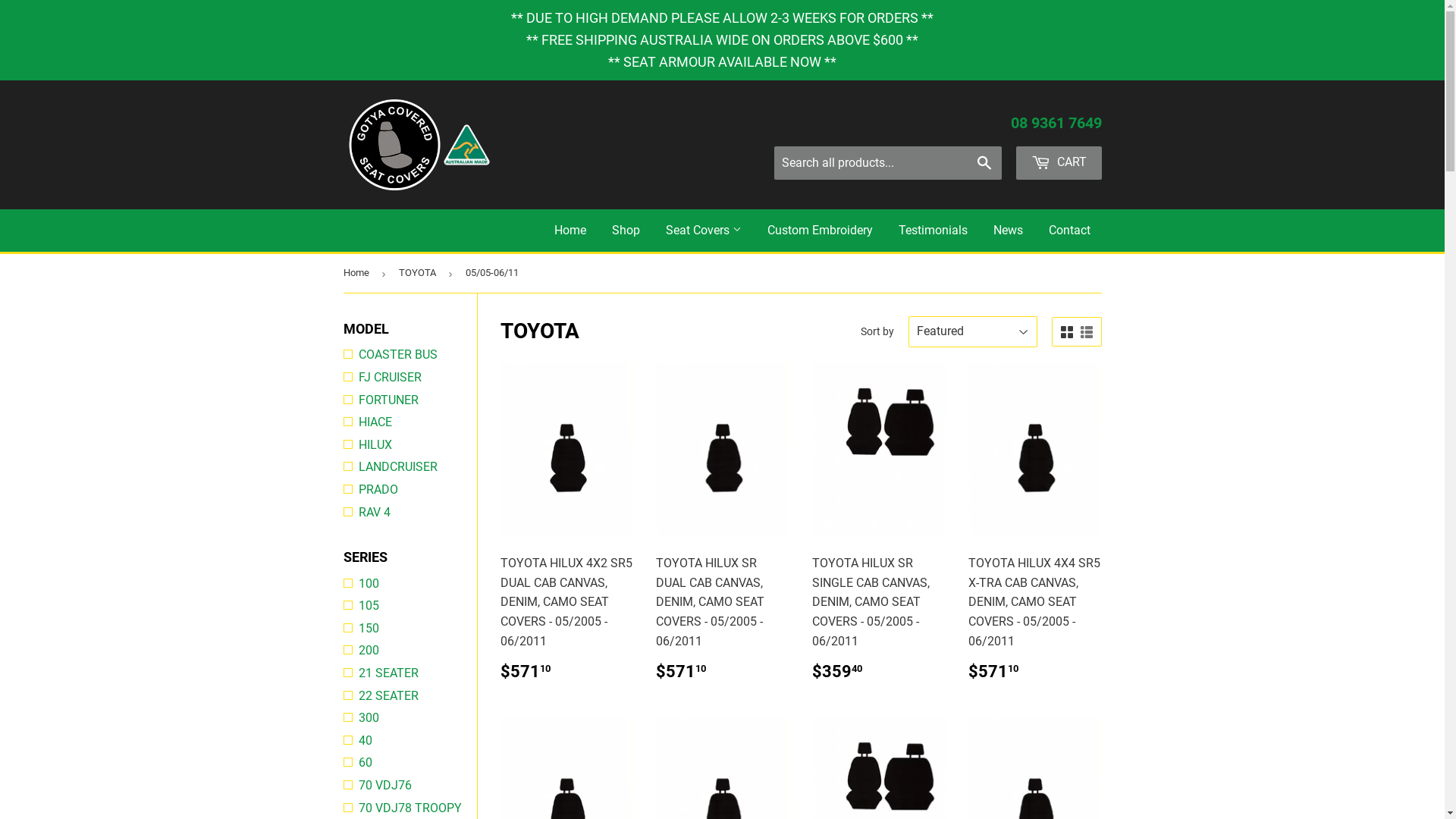  Describe the element at coordinates (409, 649) in the screenshot. I see `'200'` at that location.